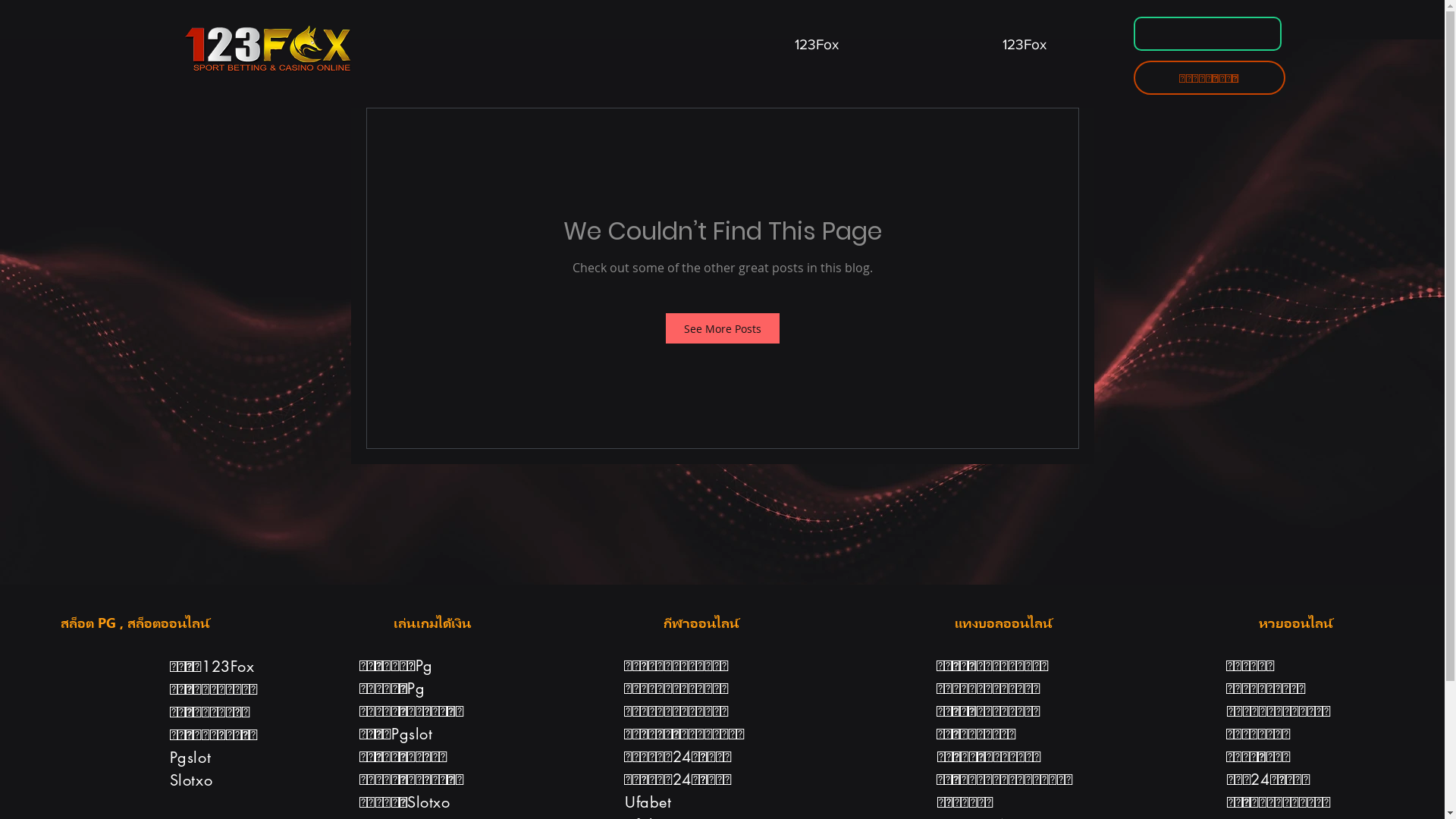  I want to click on 'Ufabet', so click(648, 801).